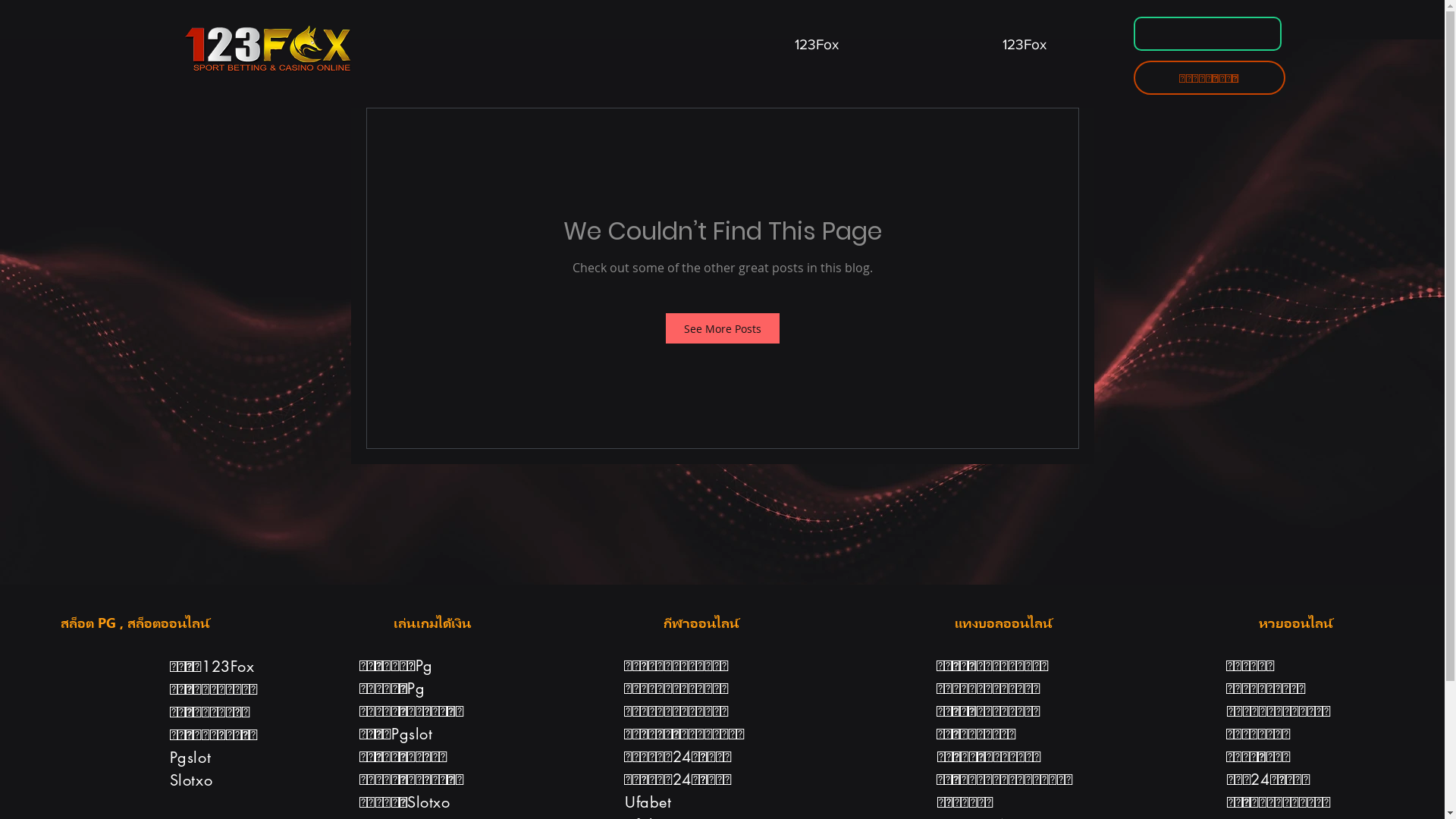  I want to click on 'Ufabet', so click(648, 801).